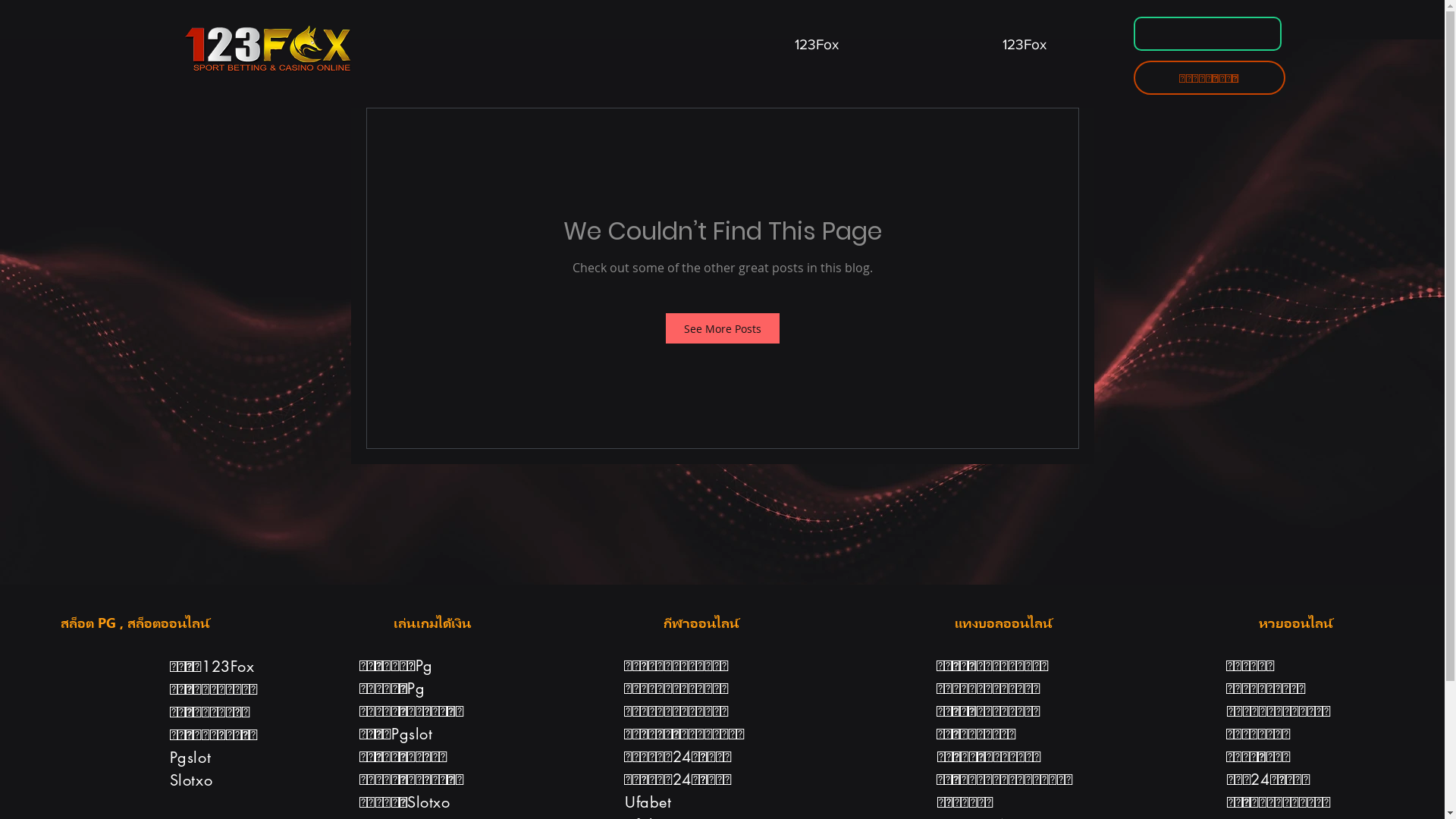  I want to click on 'Ufabet', so click(648, 801).